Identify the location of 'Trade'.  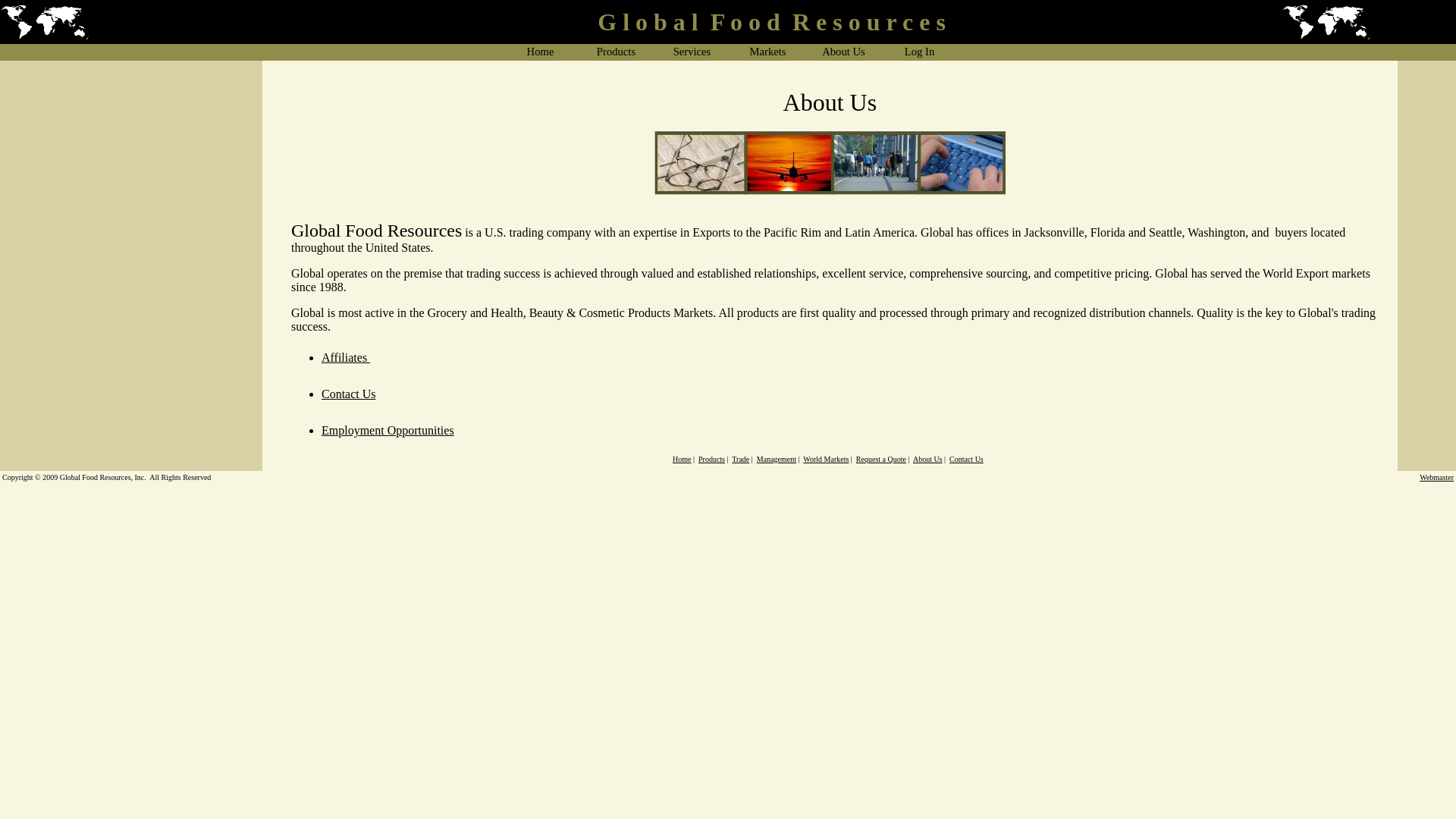
(740, 458).